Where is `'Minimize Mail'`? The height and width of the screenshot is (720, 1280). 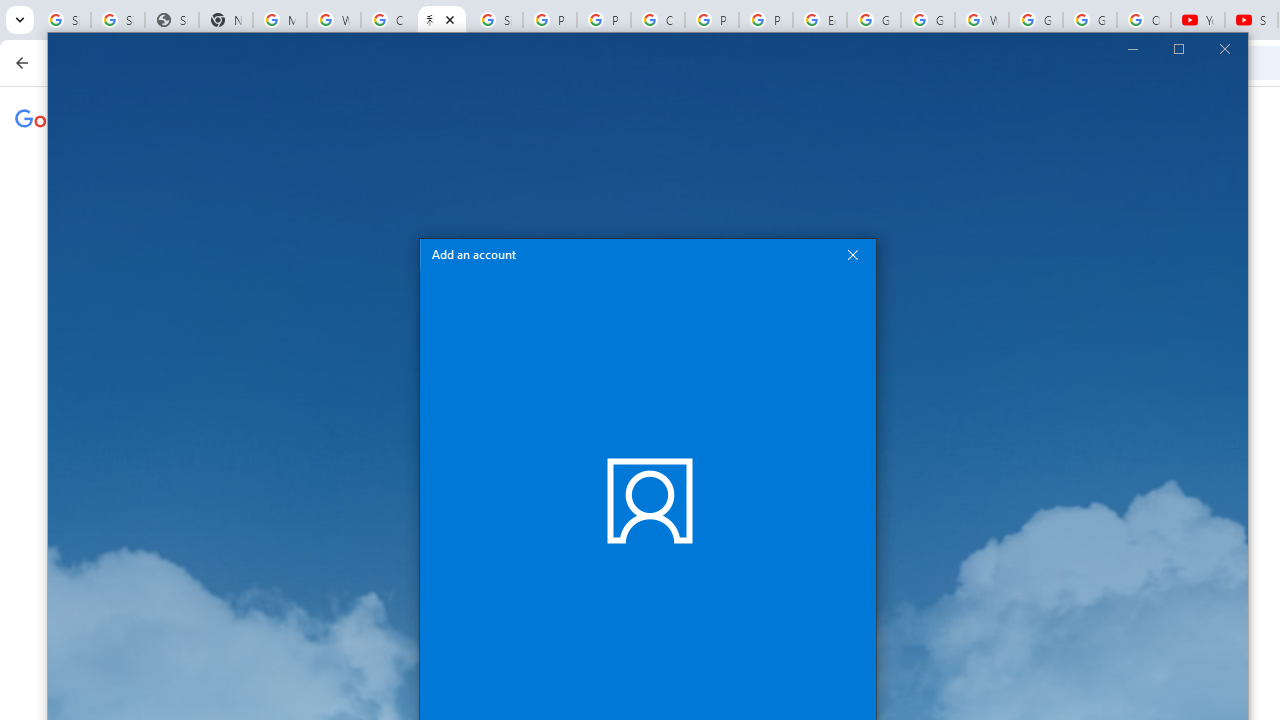 'Minimize Mail' is located at coordinates (1132, 47).